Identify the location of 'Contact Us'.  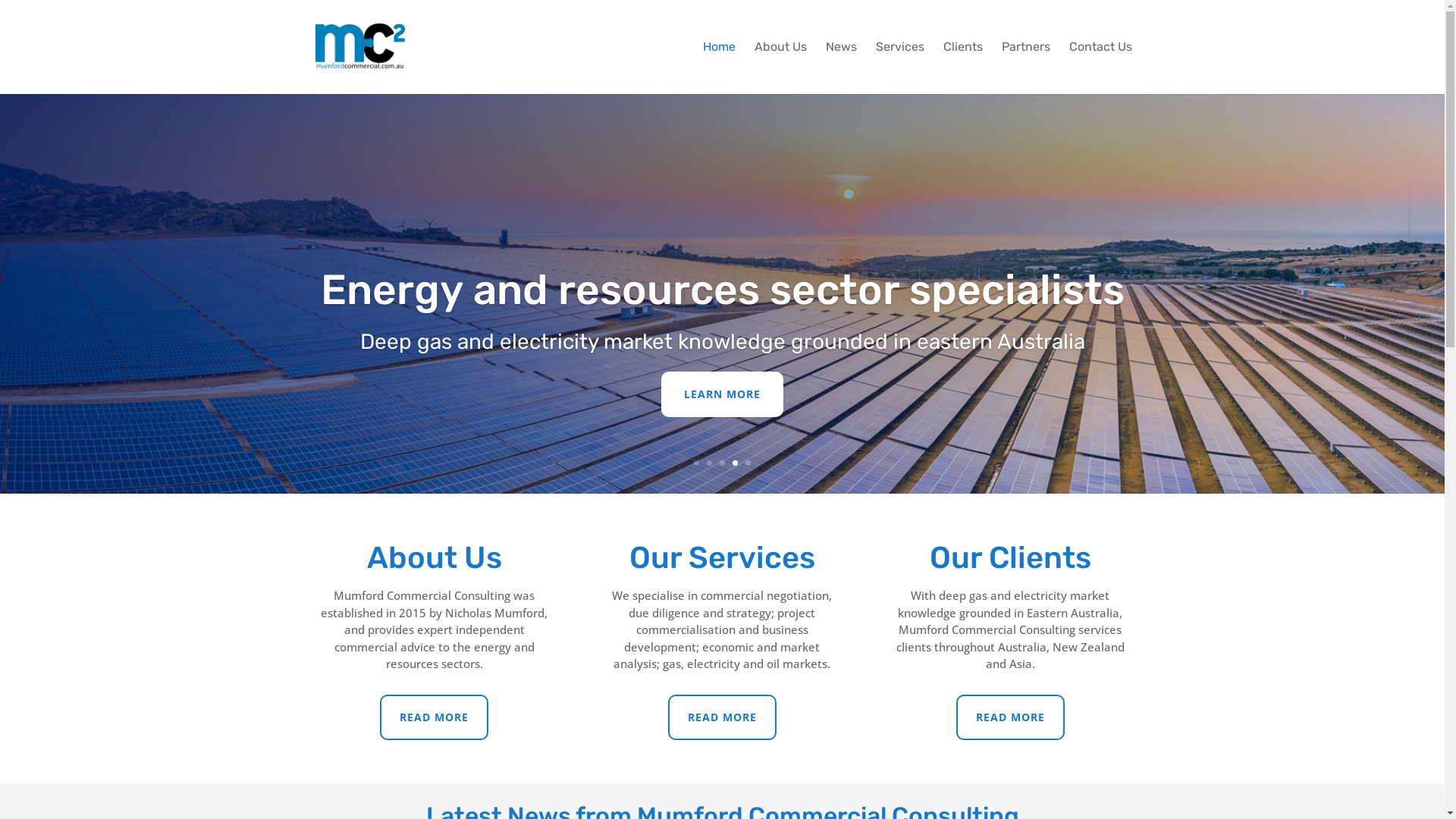
(1100, 67).